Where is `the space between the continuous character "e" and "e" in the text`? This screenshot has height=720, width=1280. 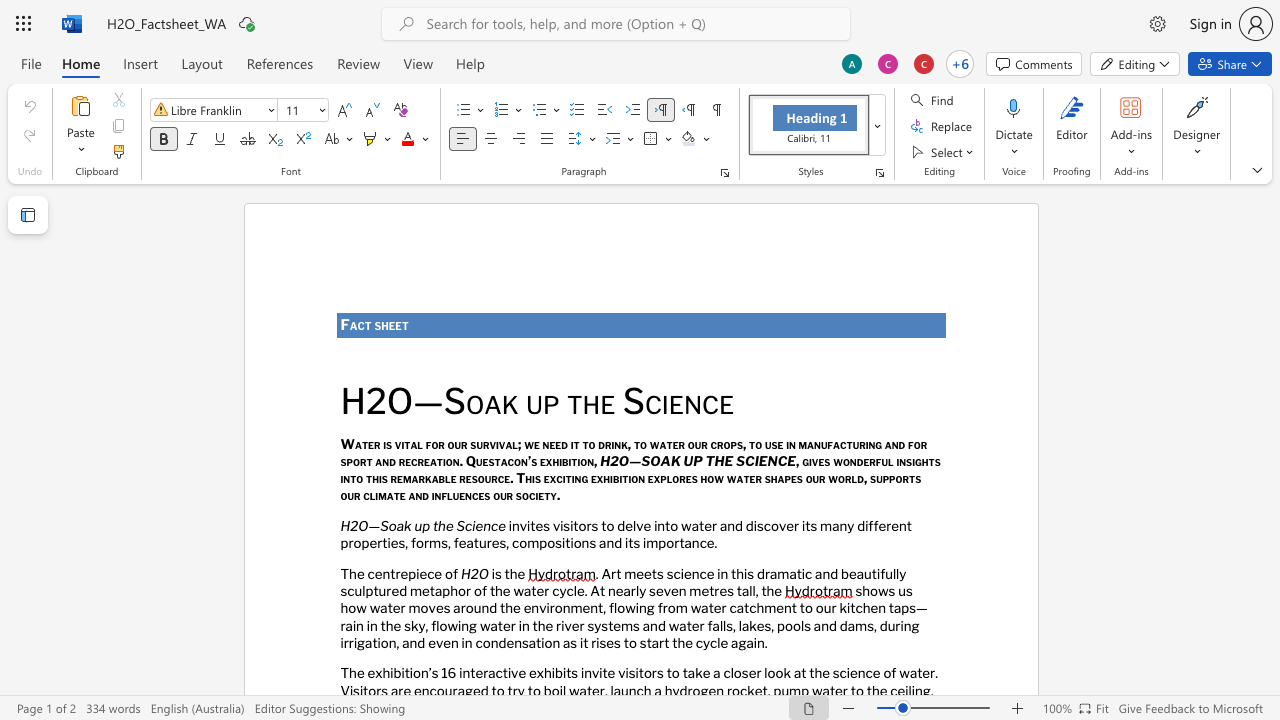 the space between the continuous character "e" and "e" in the text is located at coordinates (395, 324).